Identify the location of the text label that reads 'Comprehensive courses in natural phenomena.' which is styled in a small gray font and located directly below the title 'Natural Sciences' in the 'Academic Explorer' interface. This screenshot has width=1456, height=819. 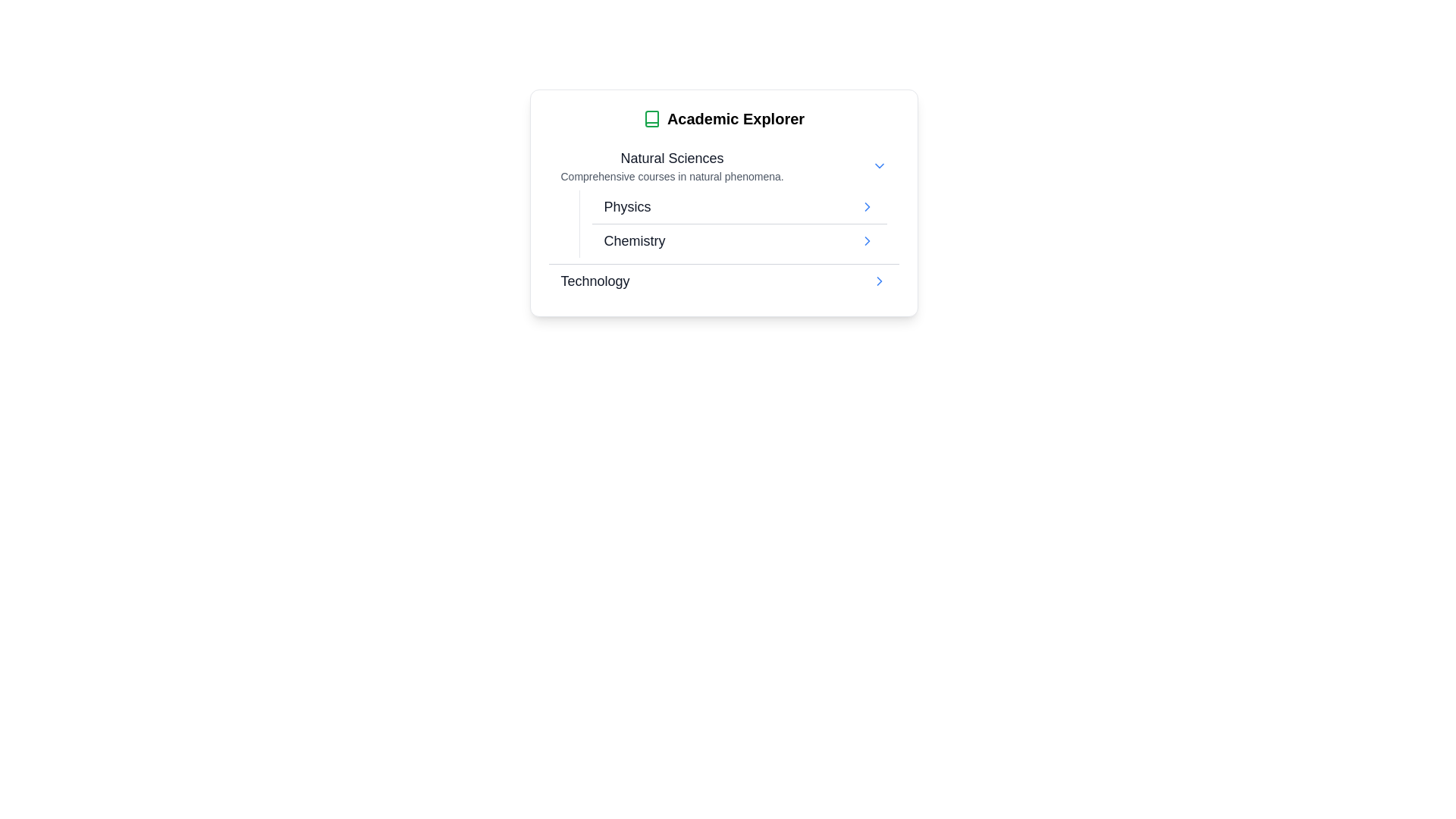
(671, 175).